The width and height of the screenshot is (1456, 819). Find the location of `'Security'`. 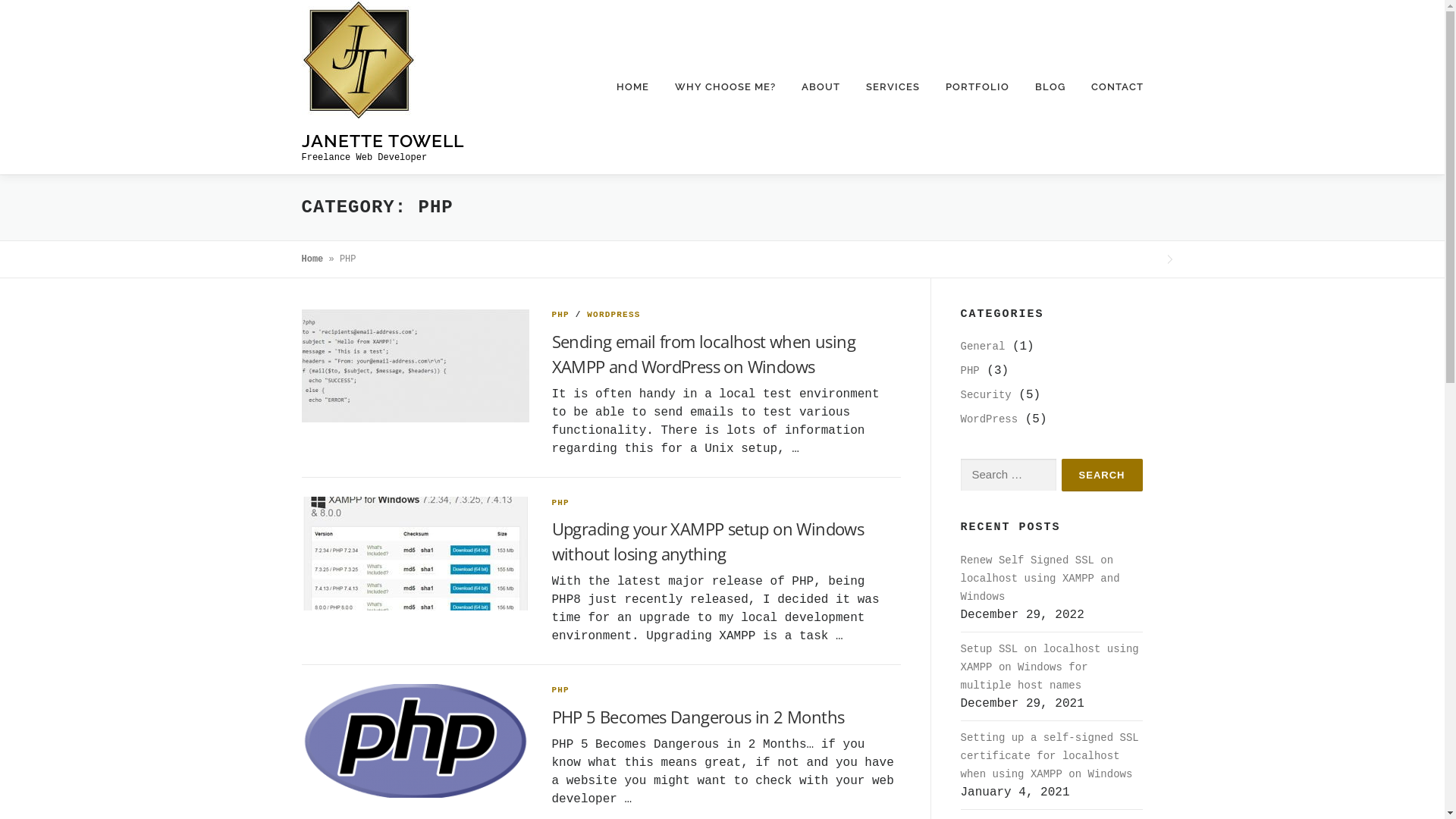

'Security' is located at coordinates (959, 394).